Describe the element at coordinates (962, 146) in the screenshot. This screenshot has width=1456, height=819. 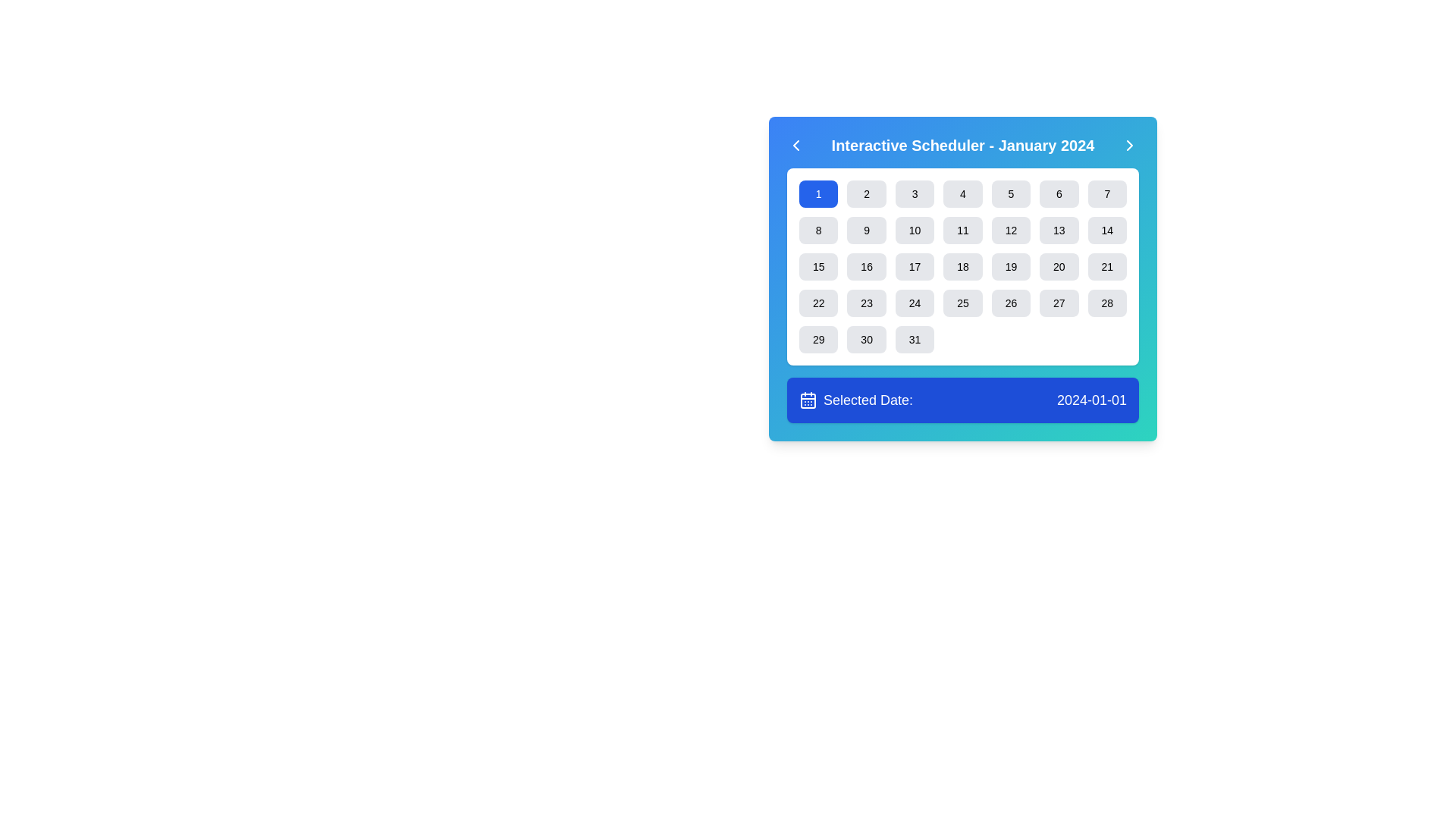
I see `the text label displaying the title and current month/year in the interactive scheduler, which is centrally located in the header section of the scheduling dialog` at that location.